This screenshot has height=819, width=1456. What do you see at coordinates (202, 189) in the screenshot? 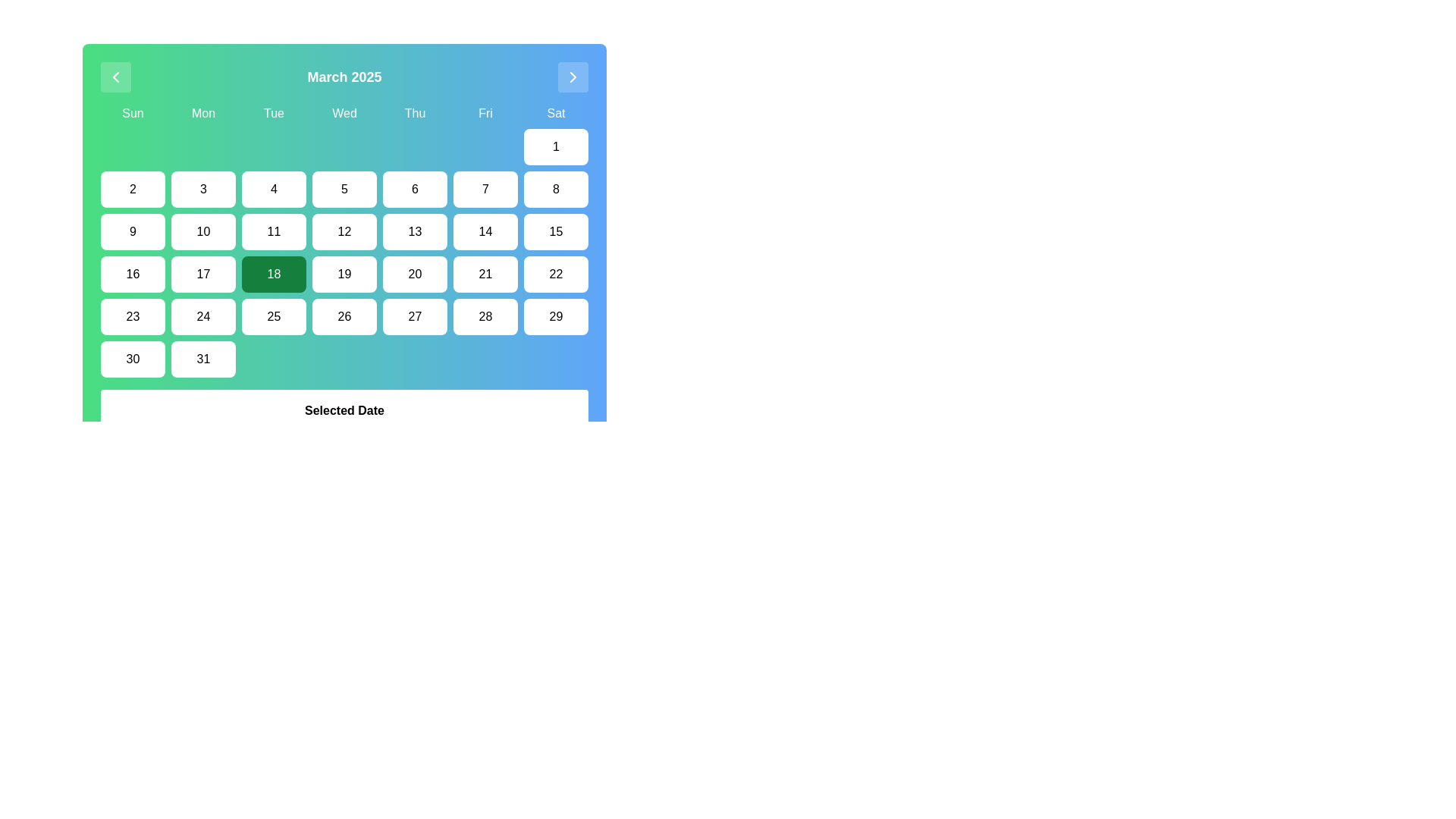
I see `the button representing the third day of the month in the calendar interface` at bounding box center [202, 189].